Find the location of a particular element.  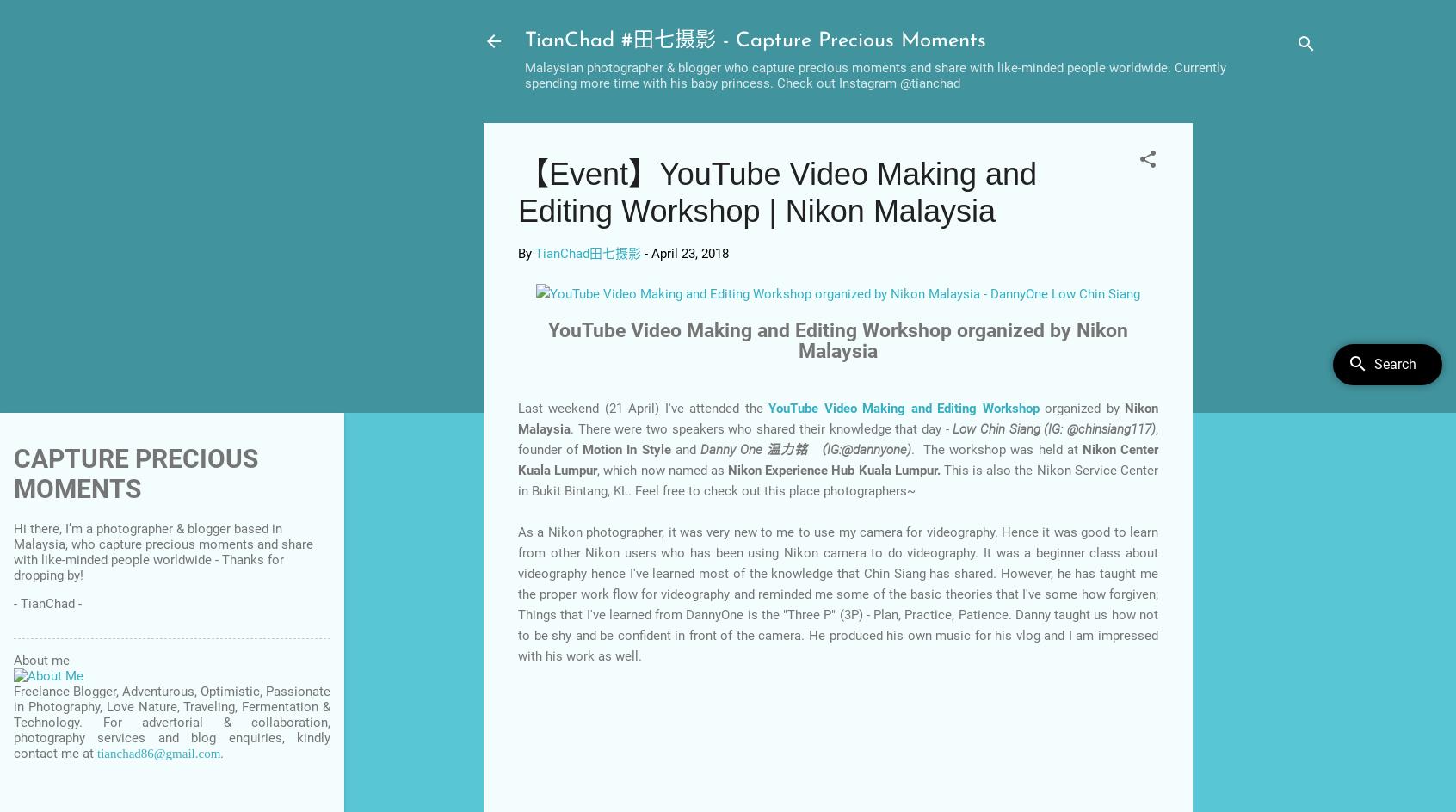

'Low Chin Siang (IG: @chinsiang117)' is located at coordinates (1054, 428).